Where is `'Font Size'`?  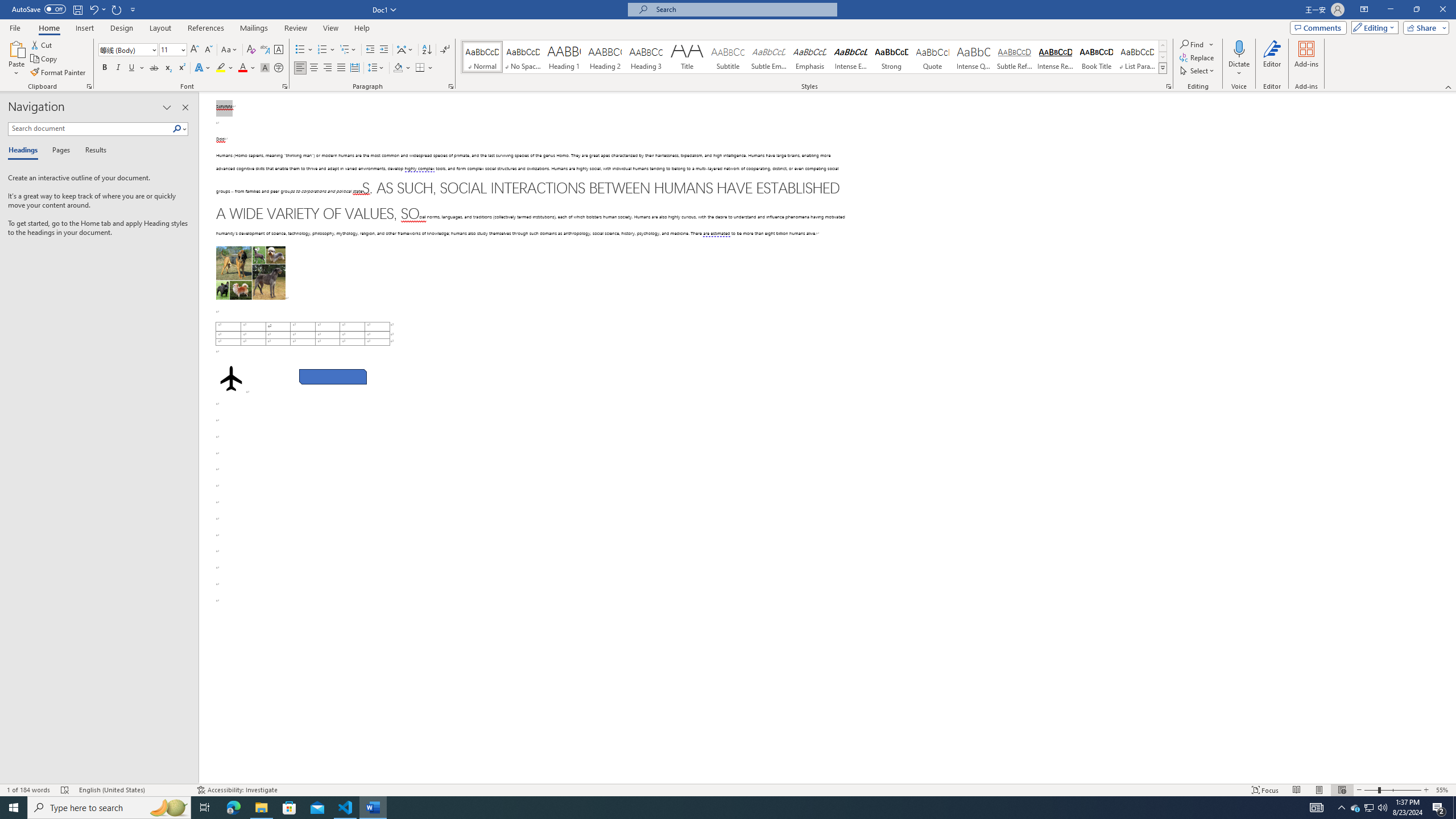 'Font Size' is located at coordinates (169, 49).